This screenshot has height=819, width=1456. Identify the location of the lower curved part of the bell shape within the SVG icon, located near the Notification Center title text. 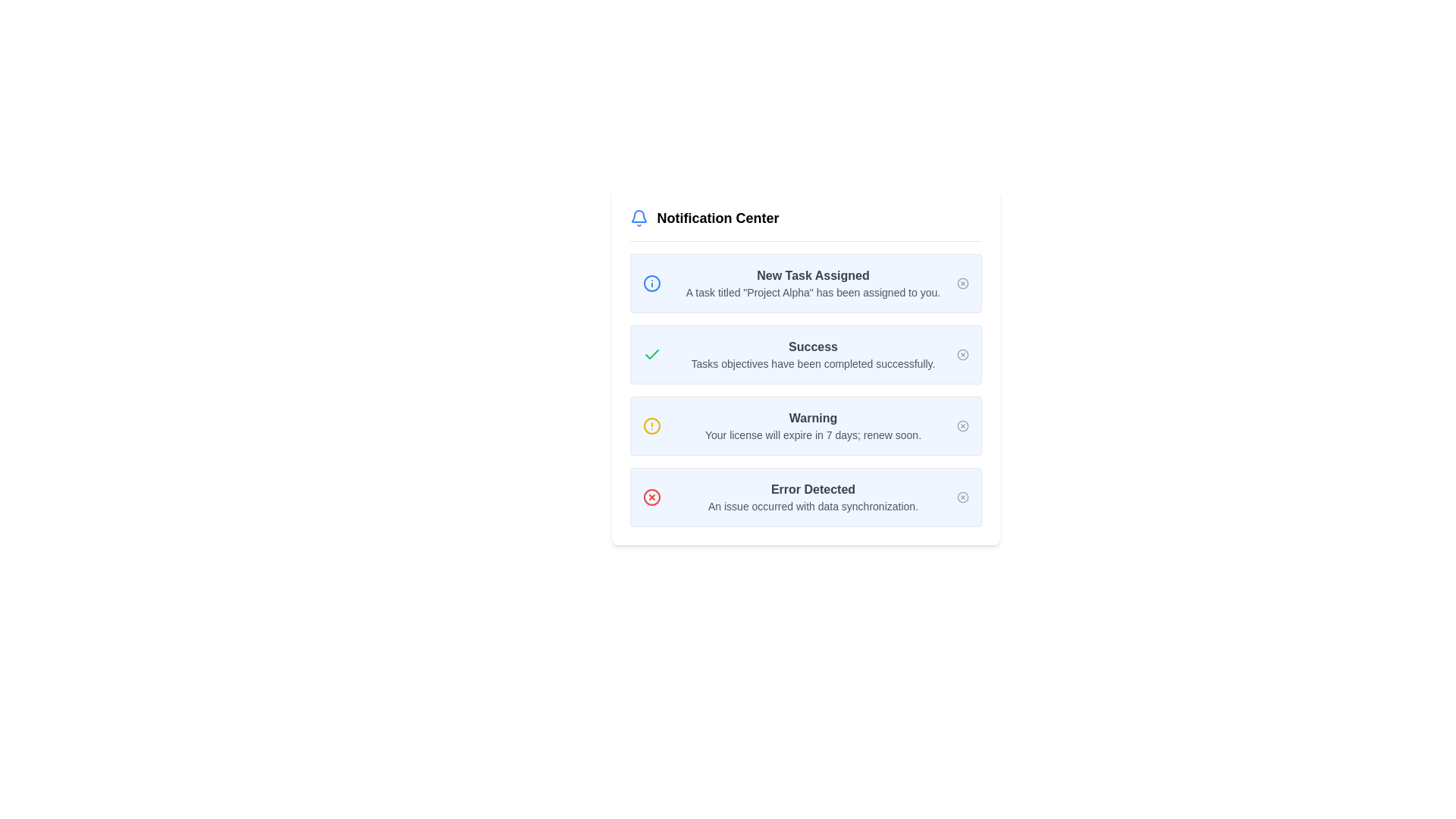
(639, 216).